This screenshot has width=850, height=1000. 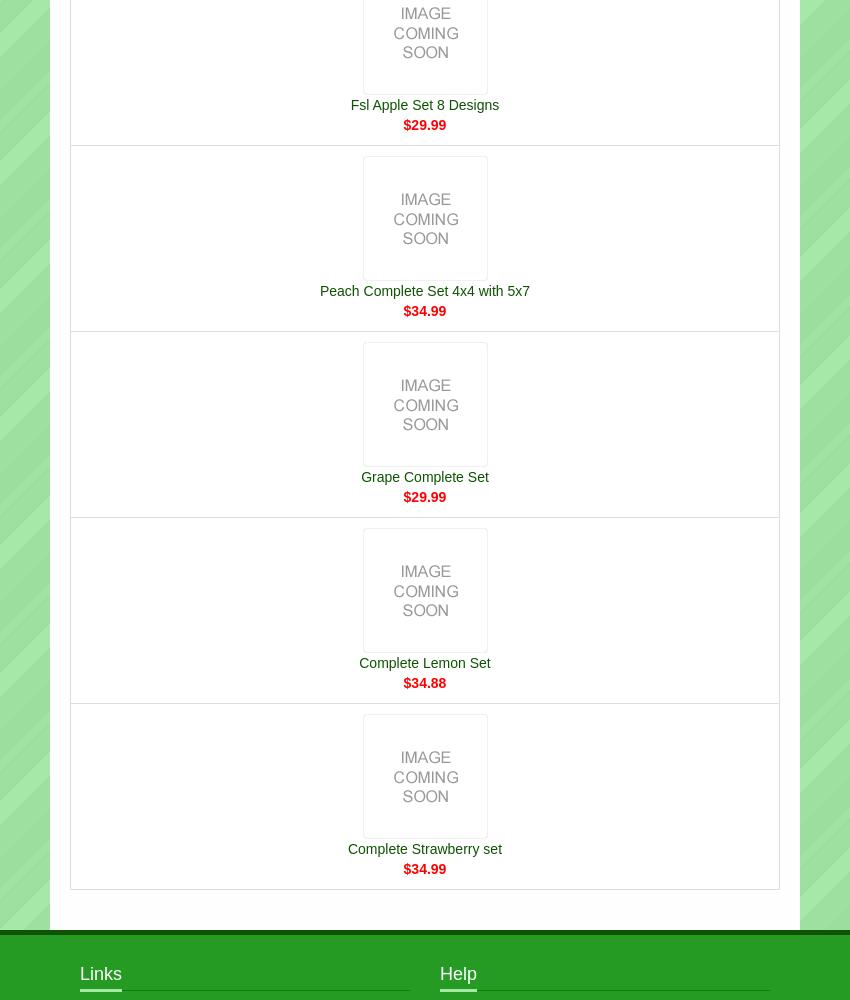 I want to click on 'Links', so click(x=79, y=972).